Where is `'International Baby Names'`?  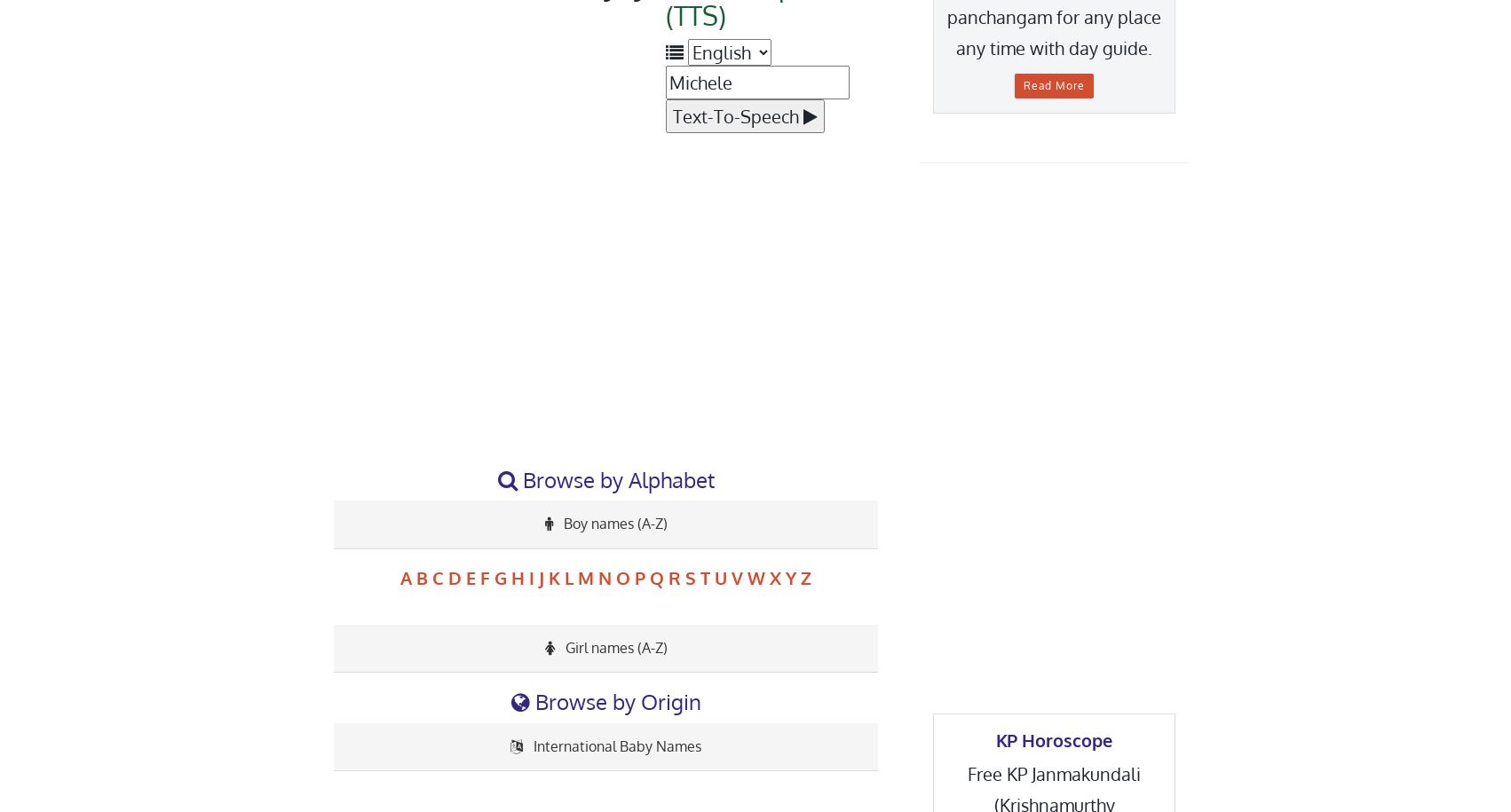
'International Baby Names' is located at coordinates (615, 745).